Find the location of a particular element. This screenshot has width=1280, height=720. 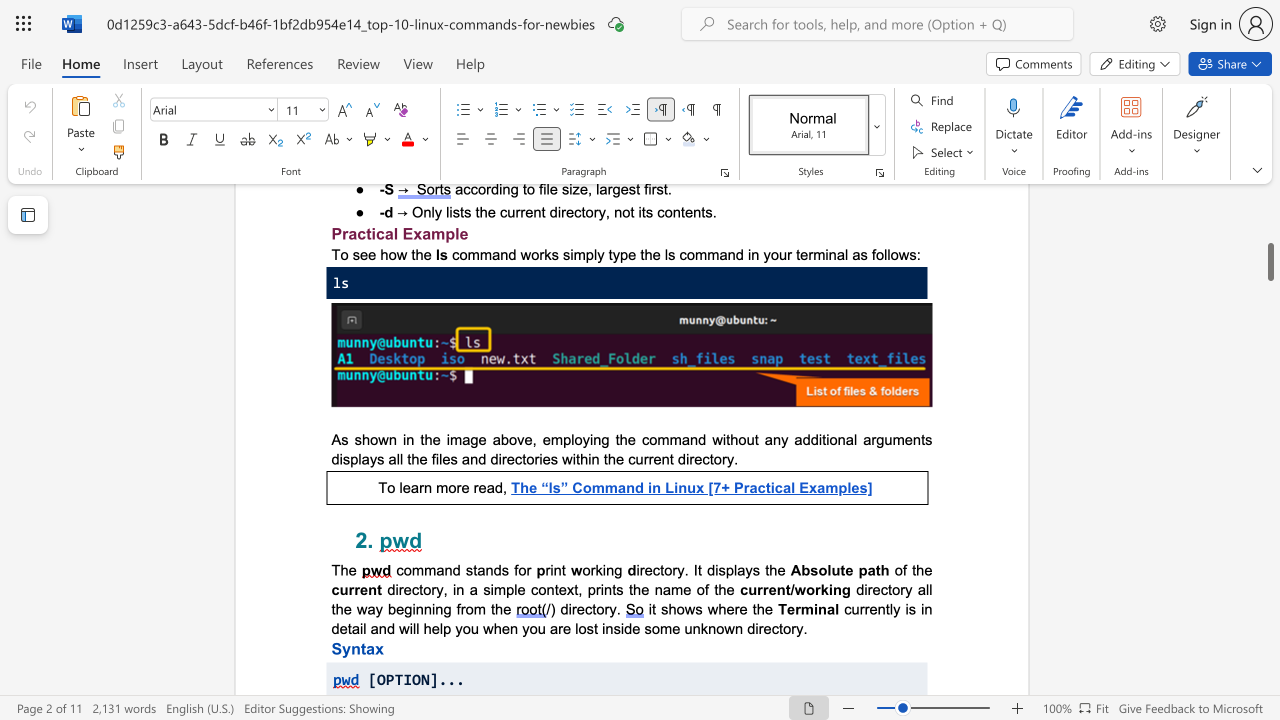

the subset text "It displays the" within the text "irectory. It displays the" is located at coordinates (693, 570).